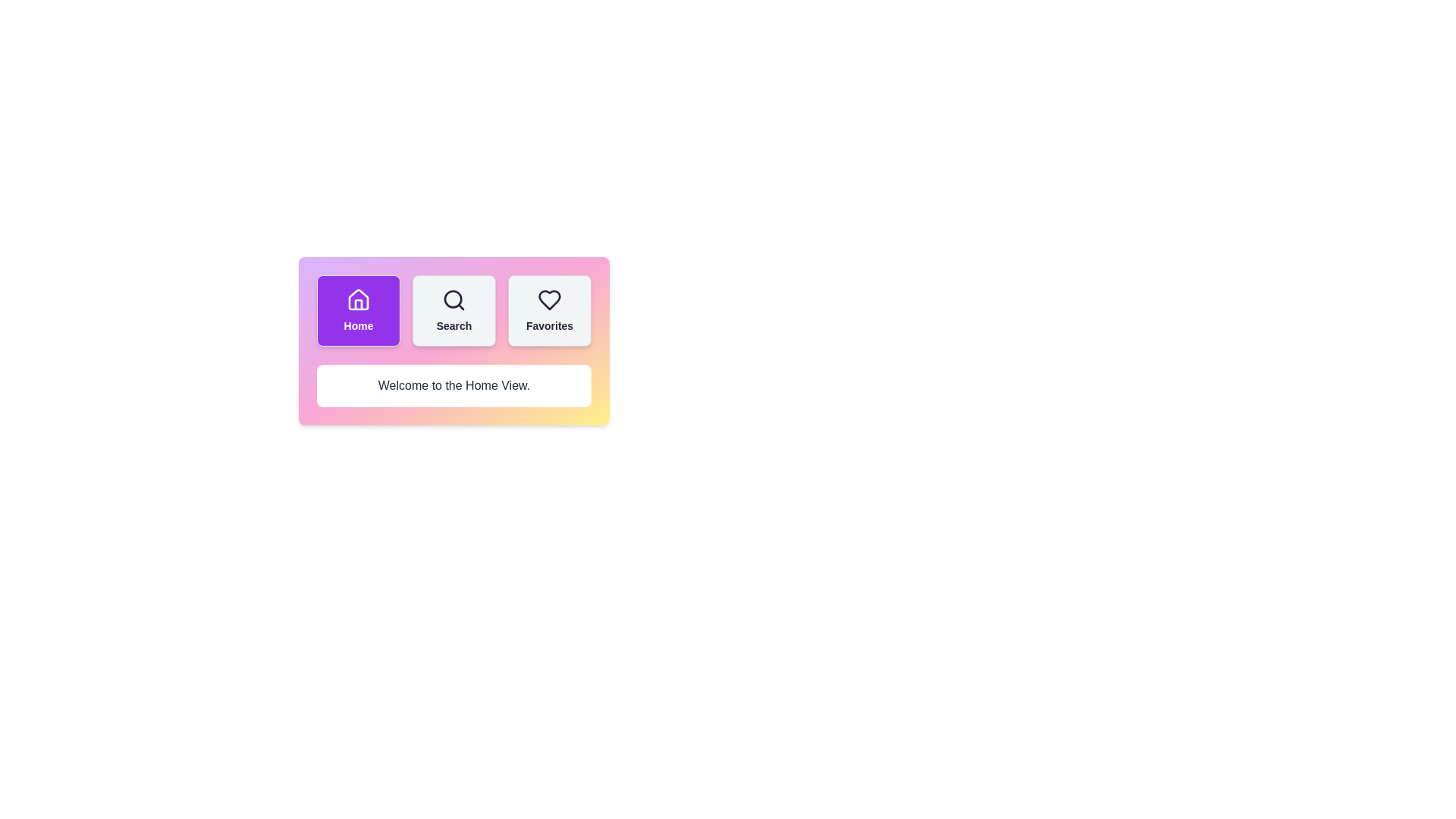 The width and height of the screenshot is (1456, 819). I want to click on the purple rectangular button labeled 'Home', so click(358, 309).